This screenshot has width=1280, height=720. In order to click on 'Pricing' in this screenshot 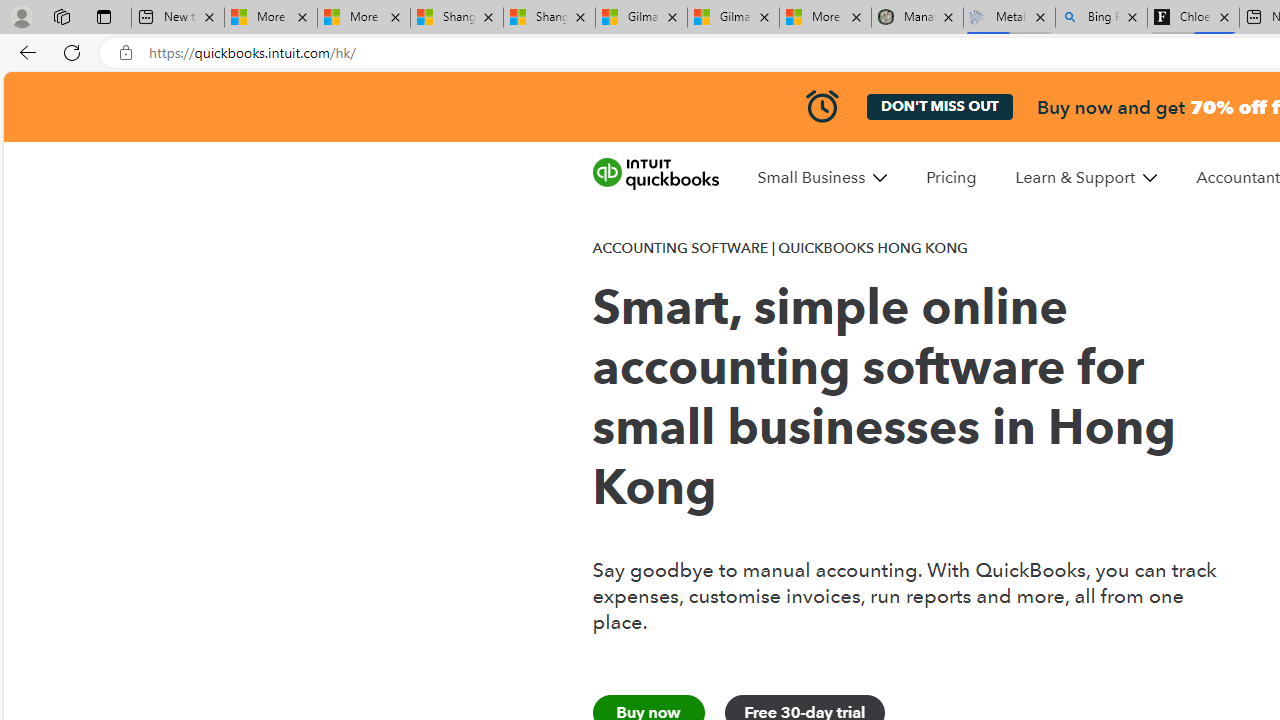, I will do `click(950, 176)`.